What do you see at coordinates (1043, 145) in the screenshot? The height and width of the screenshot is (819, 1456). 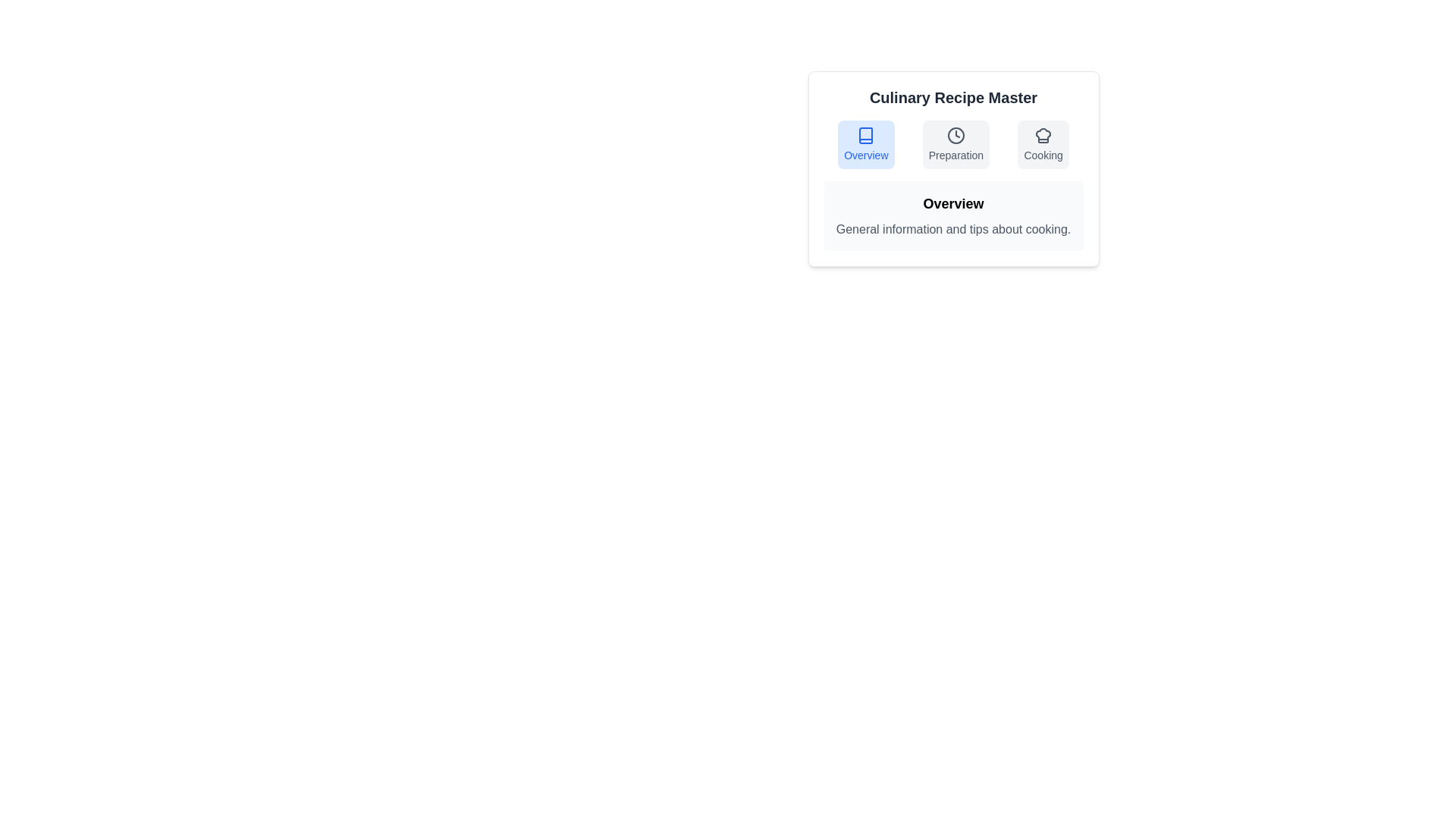 I see `the Cooking tab by clicking on its button` at bounding box center [1043, 145].